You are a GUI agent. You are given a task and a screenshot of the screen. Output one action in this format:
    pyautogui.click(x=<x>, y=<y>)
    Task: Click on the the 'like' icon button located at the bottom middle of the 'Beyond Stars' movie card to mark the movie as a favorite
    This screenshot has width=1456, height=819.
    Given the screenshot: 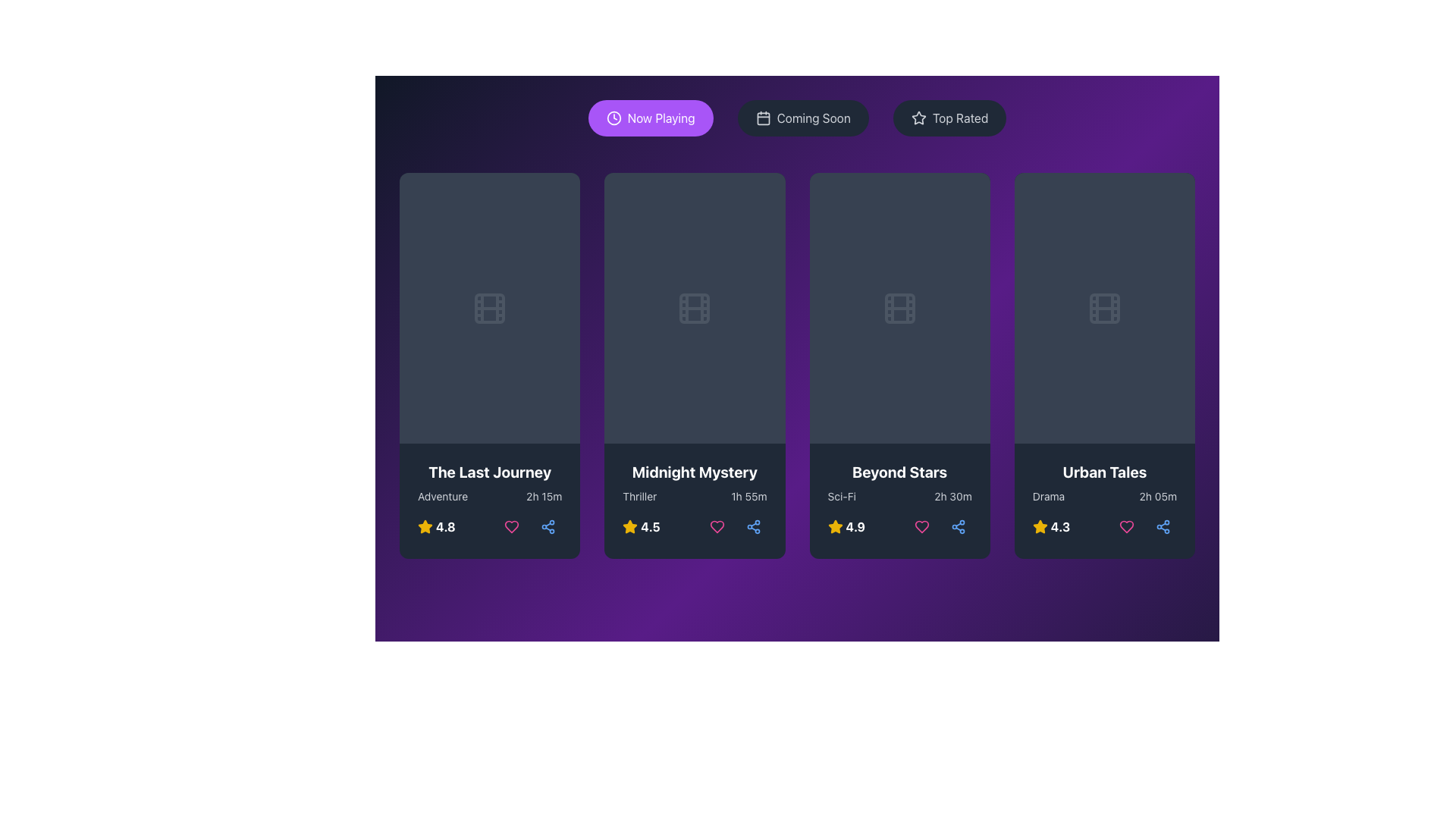 What is the action you would take?
    pyautogui.click(x=921, y=526)
    